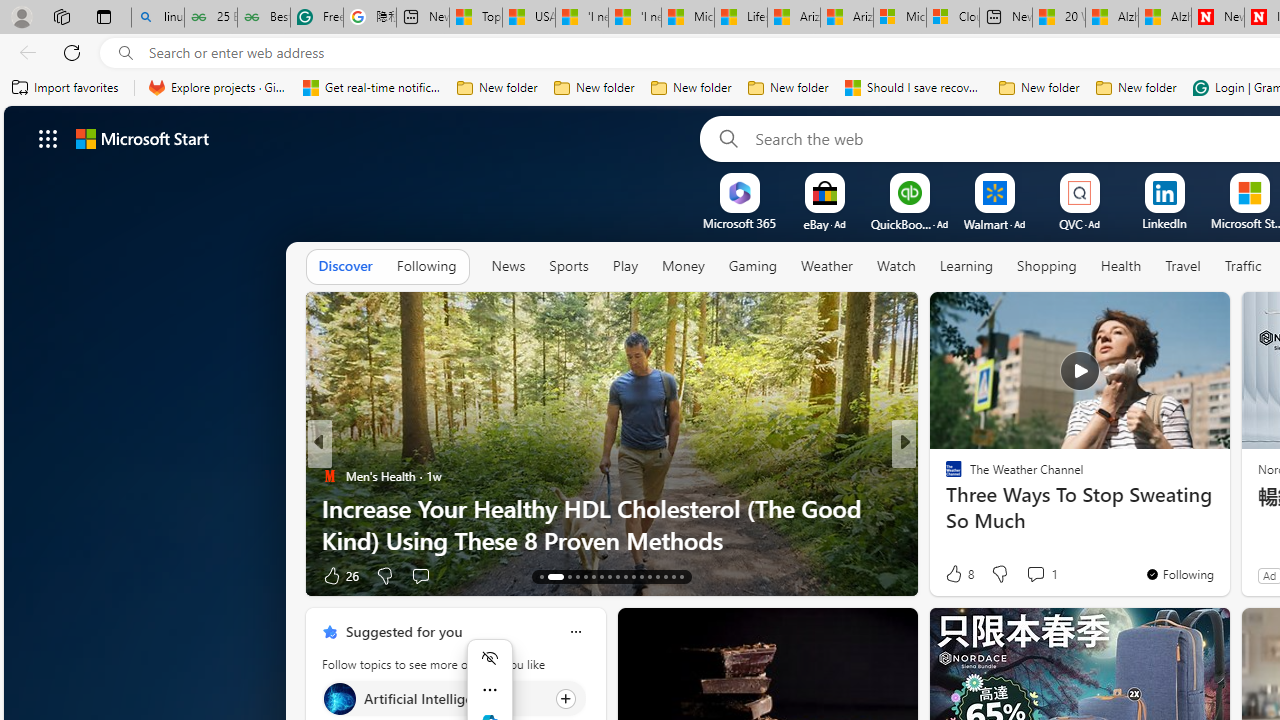 This screenshot has width=1280, height=720. Describe the element at coordinates (955, 575) in the screenshot. I see `'40 Like'` at that location.